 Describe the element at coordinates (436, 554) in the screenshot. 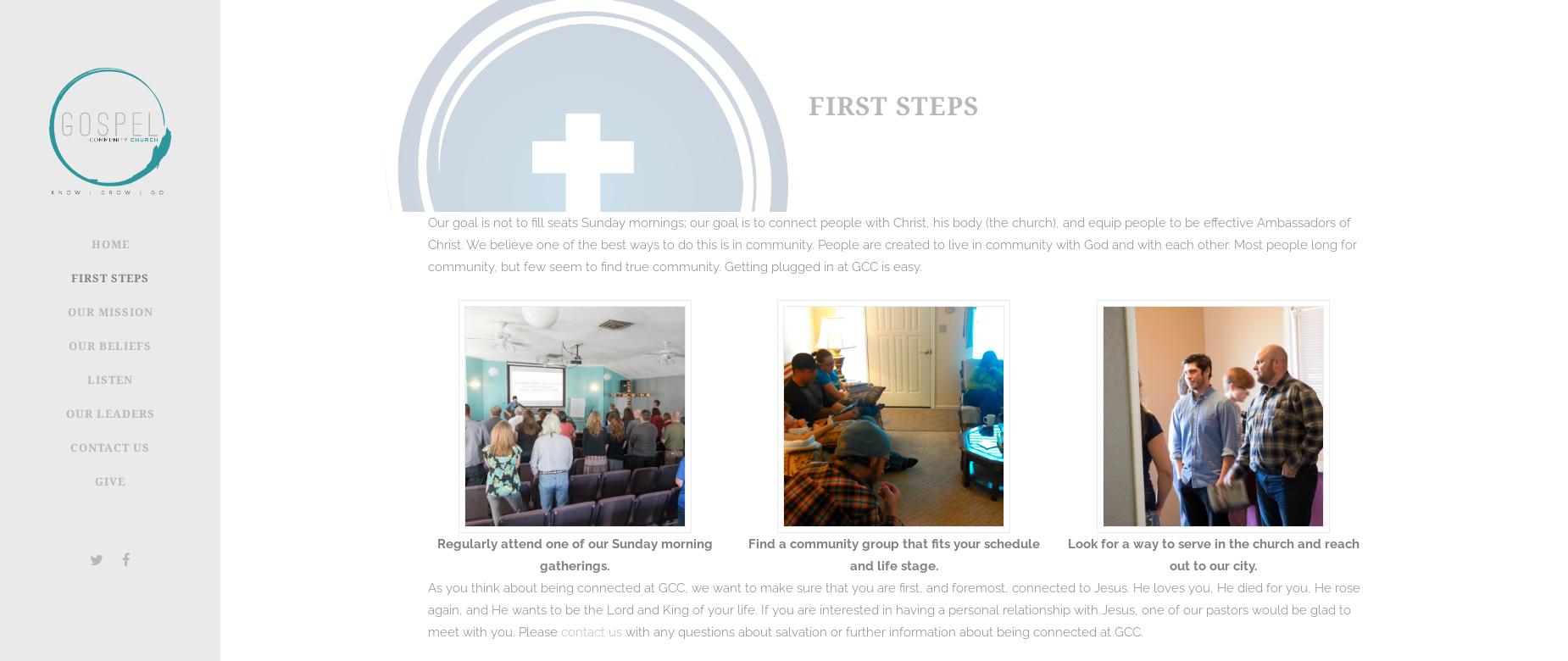

I see `'Regularly attend one of our Sunday morning gatherings.'` at that location.